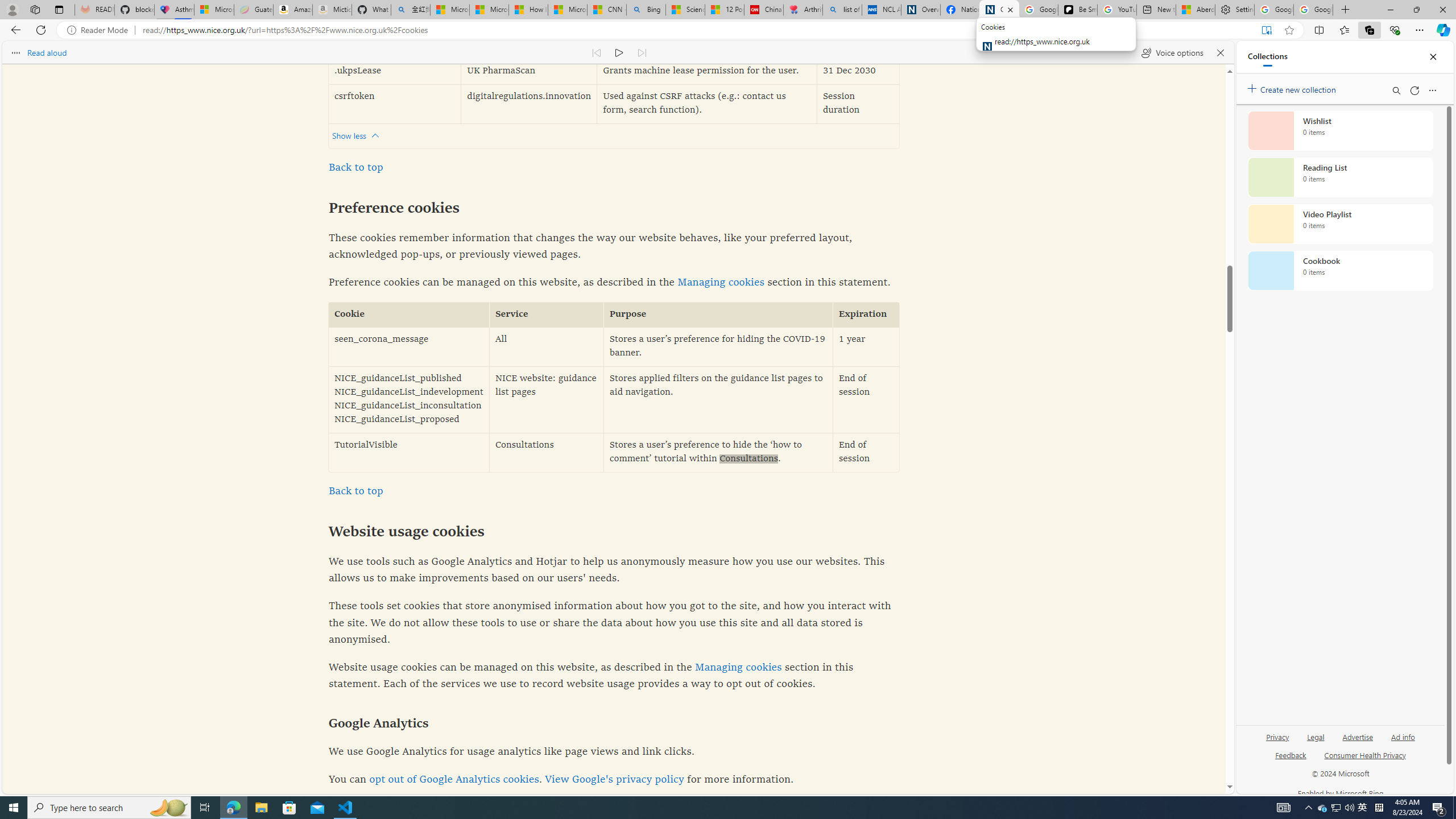 This screenshot has height=819, width=1456. Describe the element at coordinates (1365, 754) in the screenshot. I see `'Consumer Health Privacy'` at that location.